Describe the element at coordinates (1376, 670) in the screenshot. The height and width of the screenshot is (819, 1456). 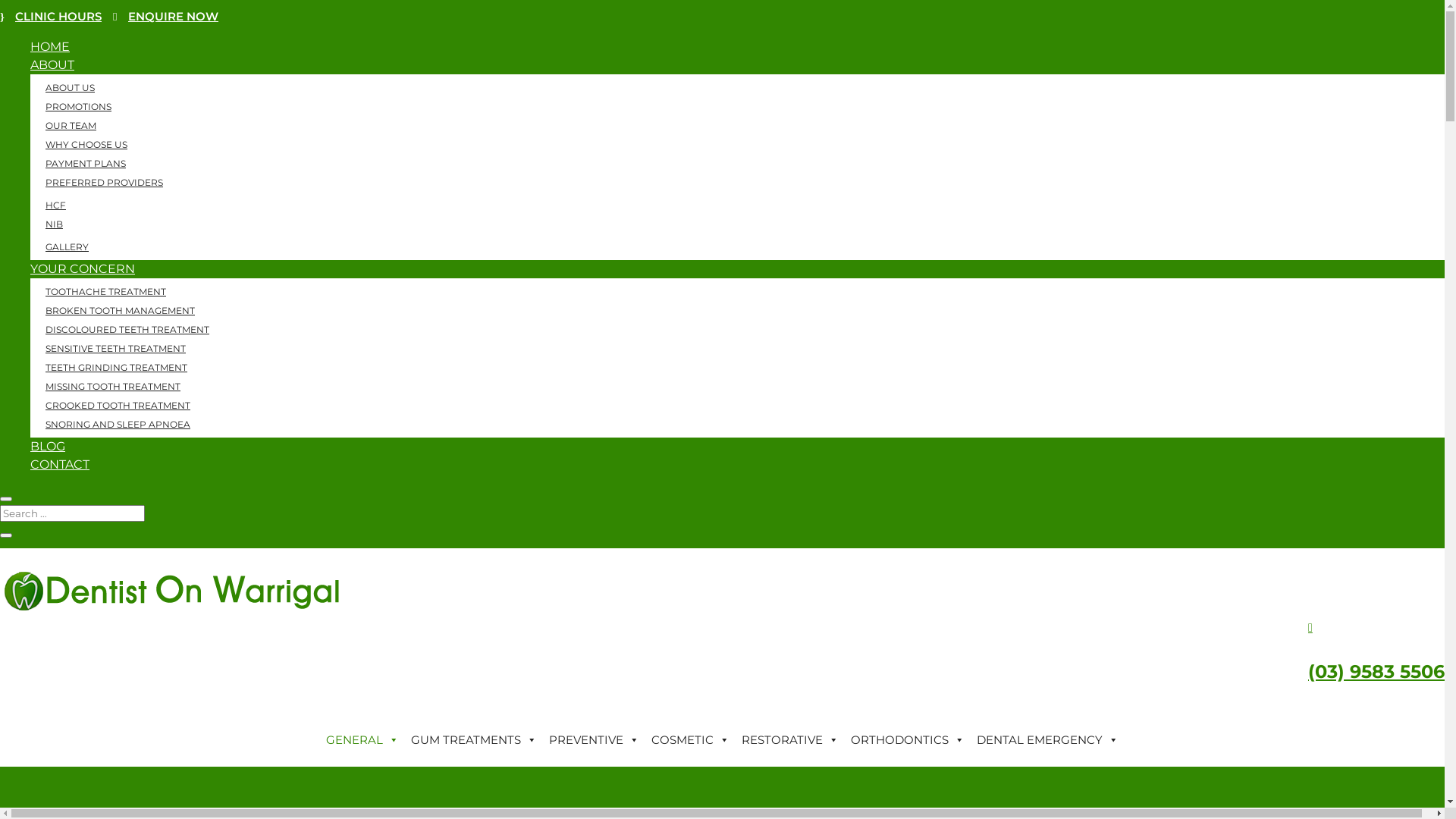
I see `'(03) 9583 5506'` at that location.